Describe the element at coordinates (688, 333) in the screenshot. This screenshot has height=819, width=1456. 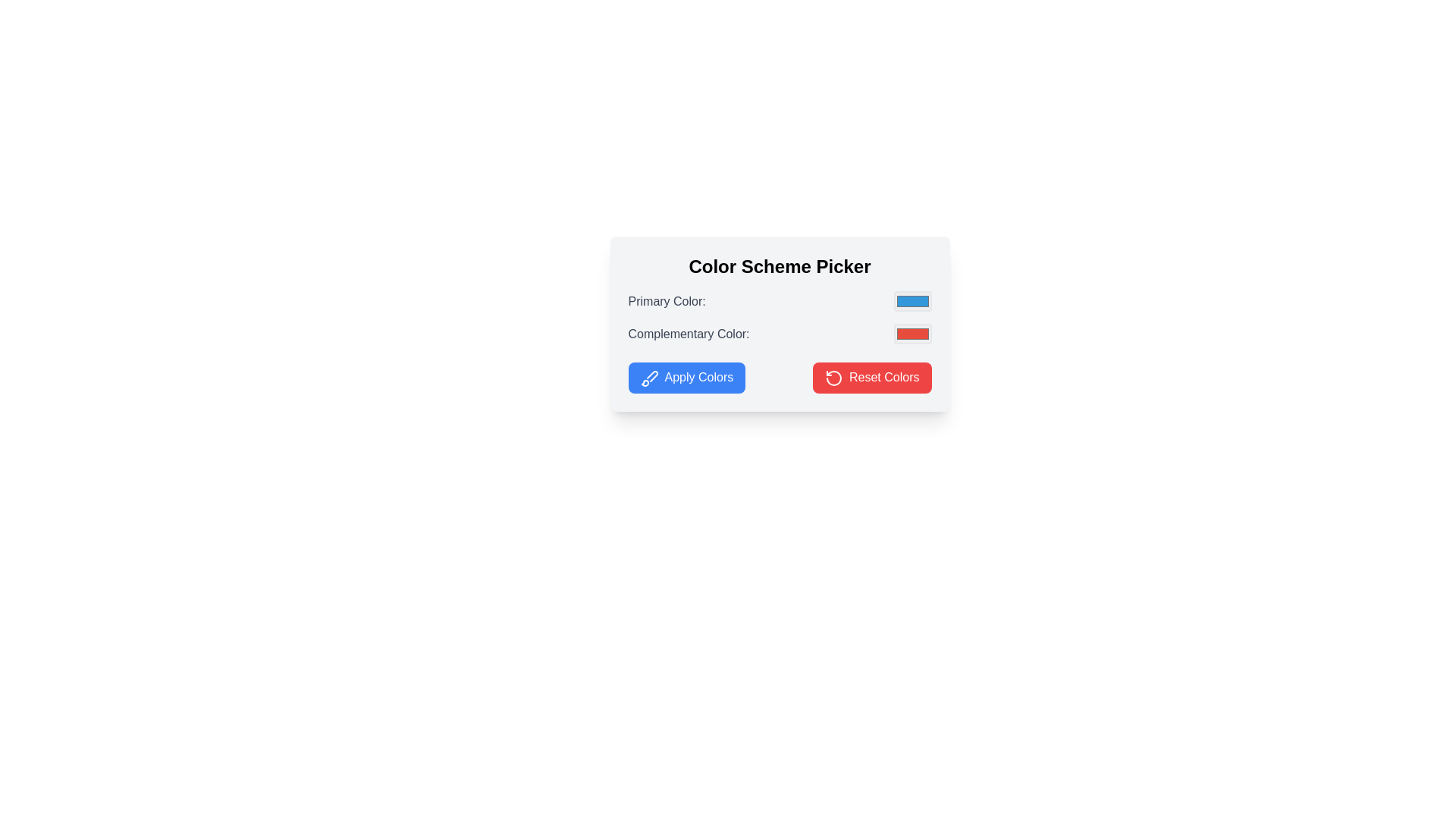
I see `the text label reading 'Complementary Color:' which is styled in gray and positioned to the left of the color picker input field` at that location.